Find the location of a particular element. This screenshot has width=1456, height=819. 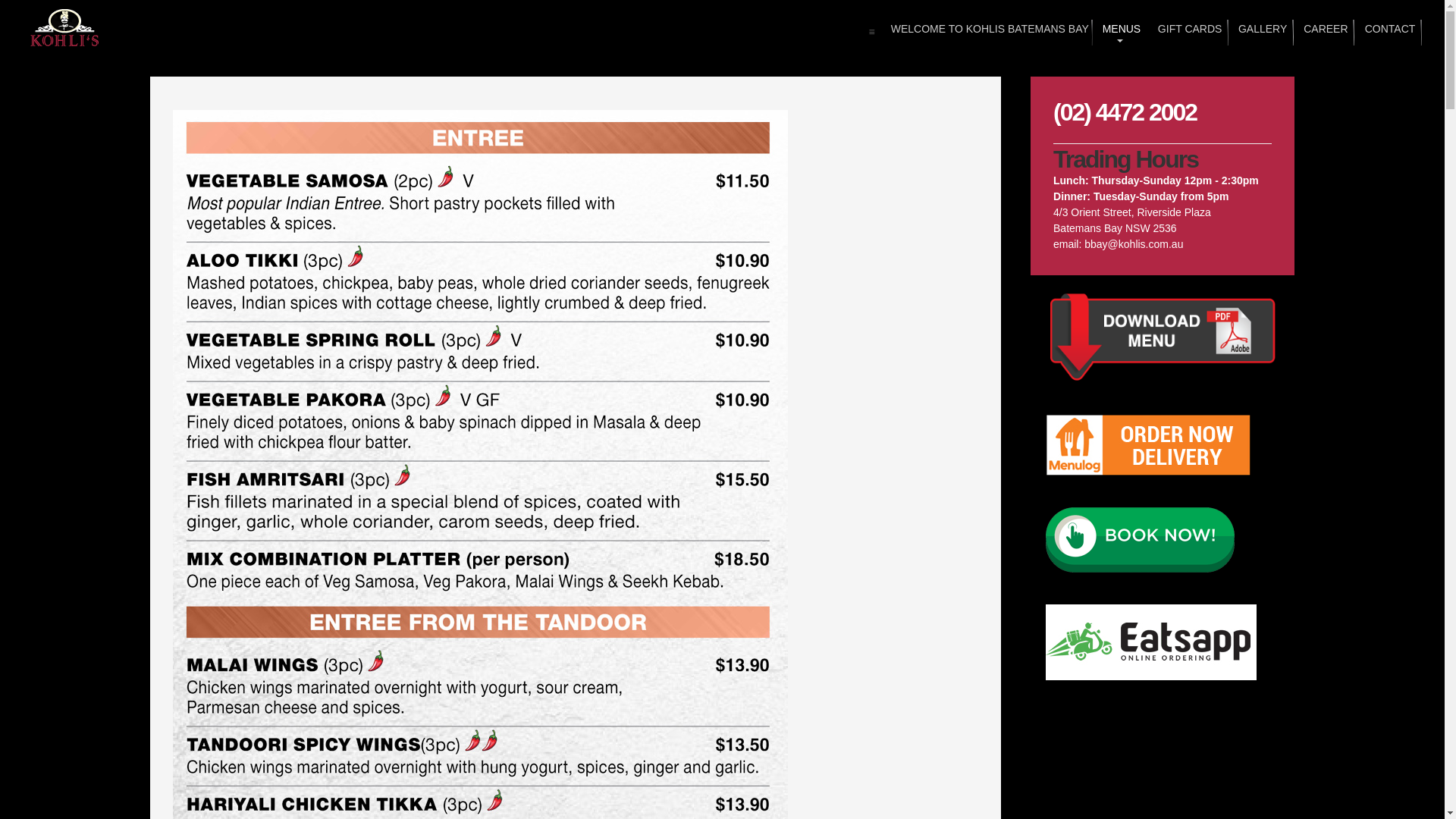

'bbay@kohlis.com.au' is located at coordinates (1133, 243).